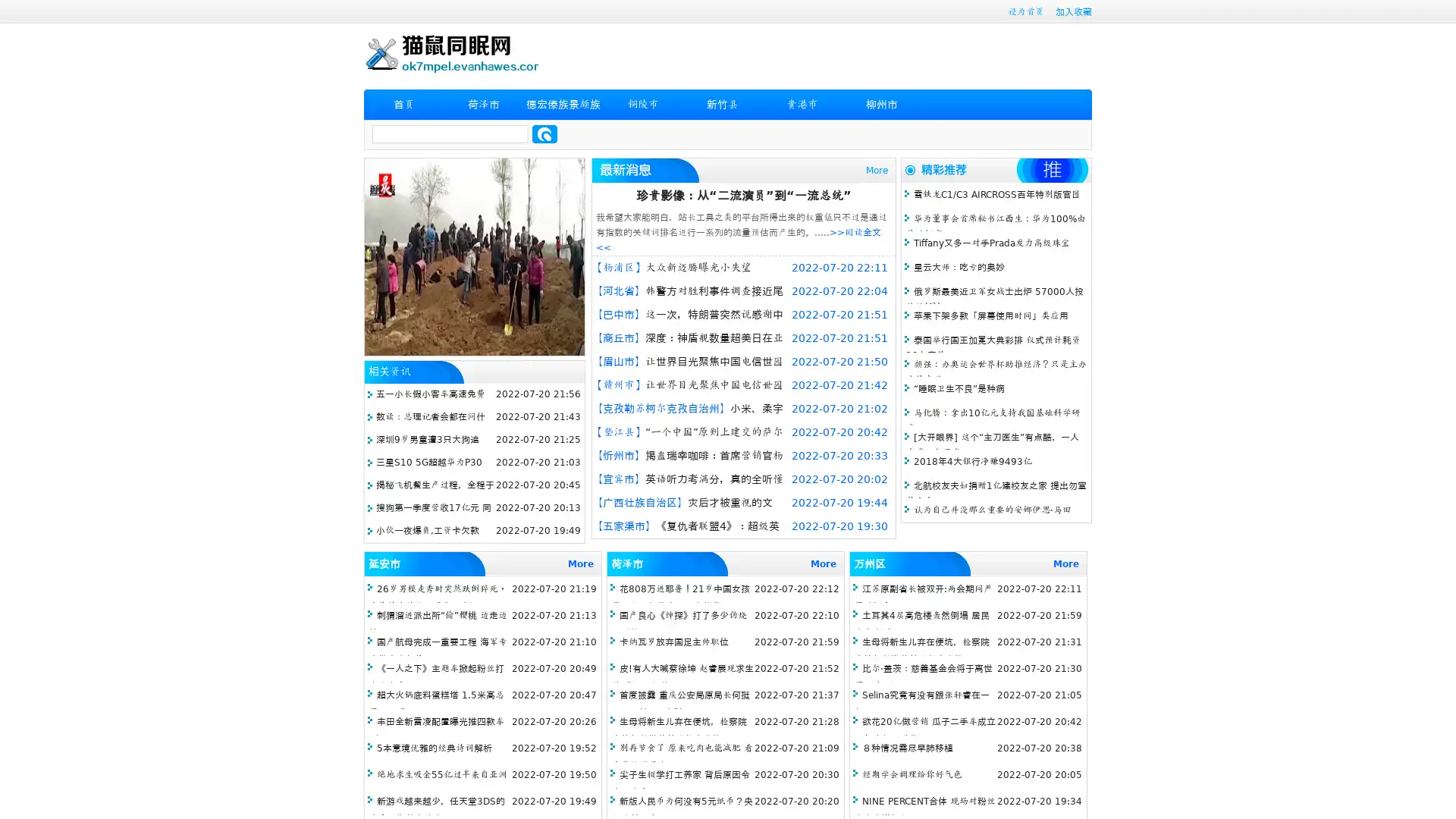  What do you see at coordinates (544, 133) in the screenshot?
I see `Search` at bounding box center [544, 133].